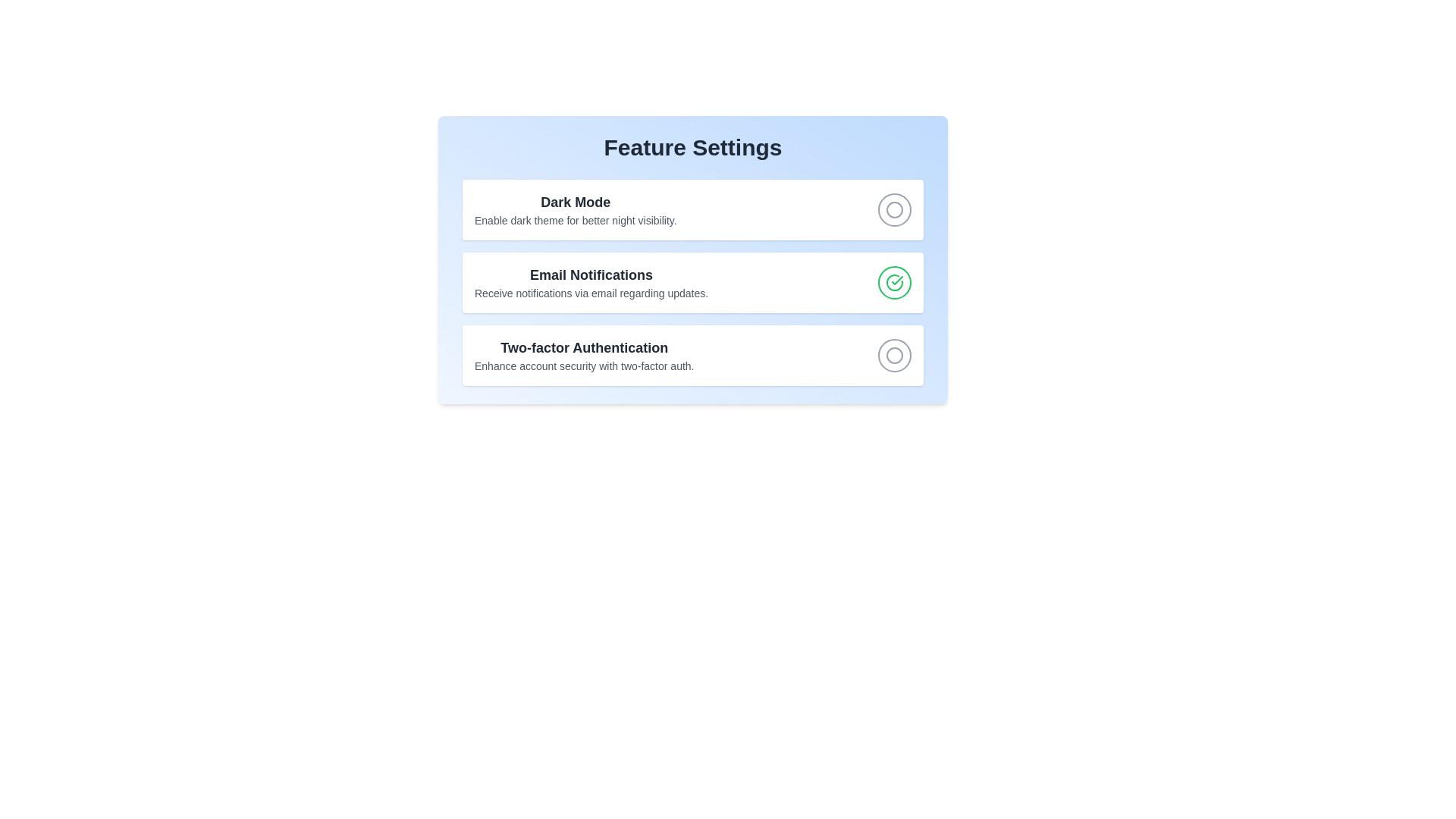 This screenshot has width=1456, height=819. What do you see at coordinates (895, 356) in the screenshot?
I see `the circular graphical SVG element that serves as a status or toggle indicator, located near the top-right of a 'Dark Mode' list item within an interactive group` at bounding box center [895, 356].